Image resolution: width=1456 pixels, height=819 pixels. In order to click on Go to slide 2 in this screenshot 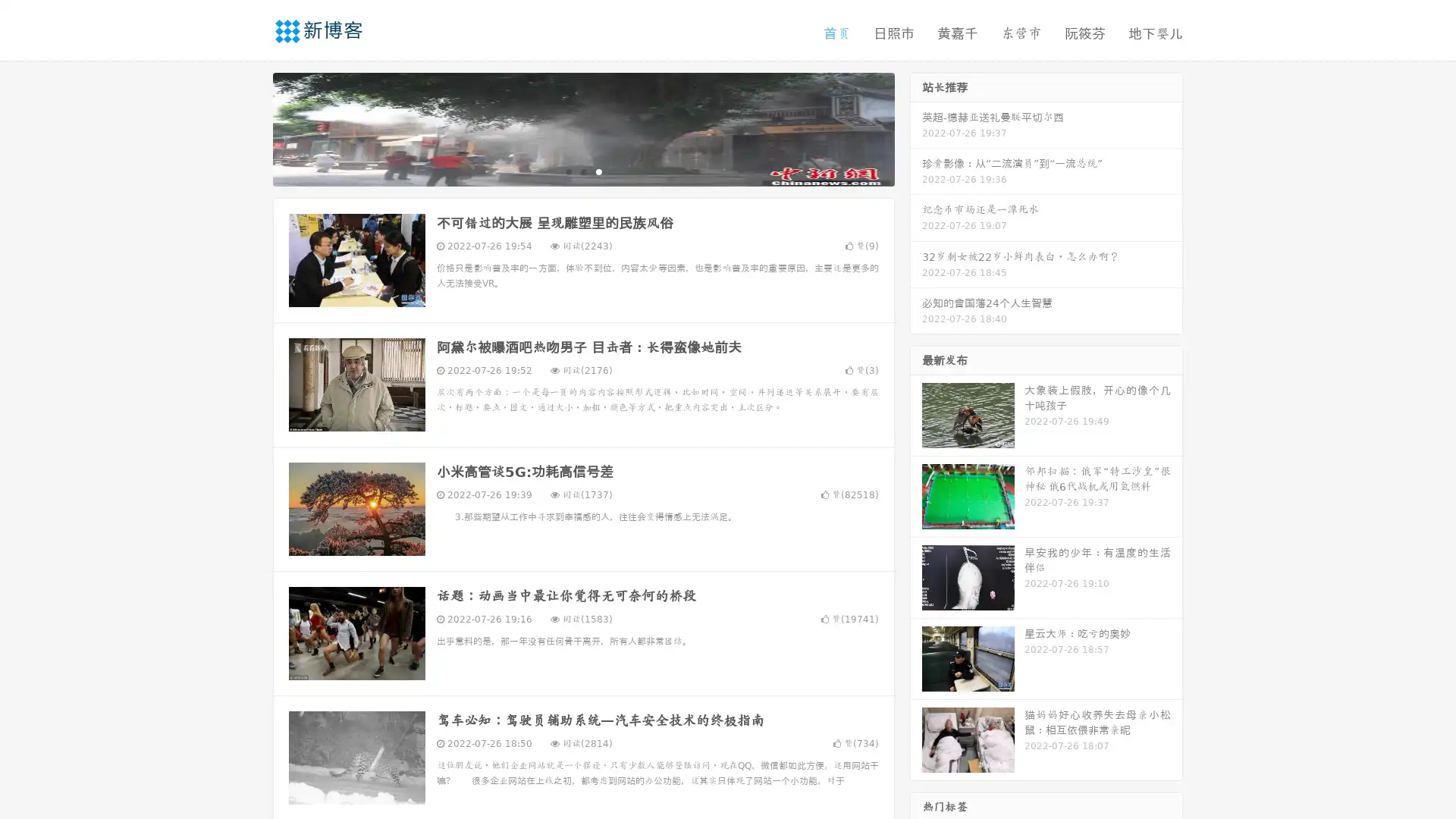, I will do `click(582, 171)`.